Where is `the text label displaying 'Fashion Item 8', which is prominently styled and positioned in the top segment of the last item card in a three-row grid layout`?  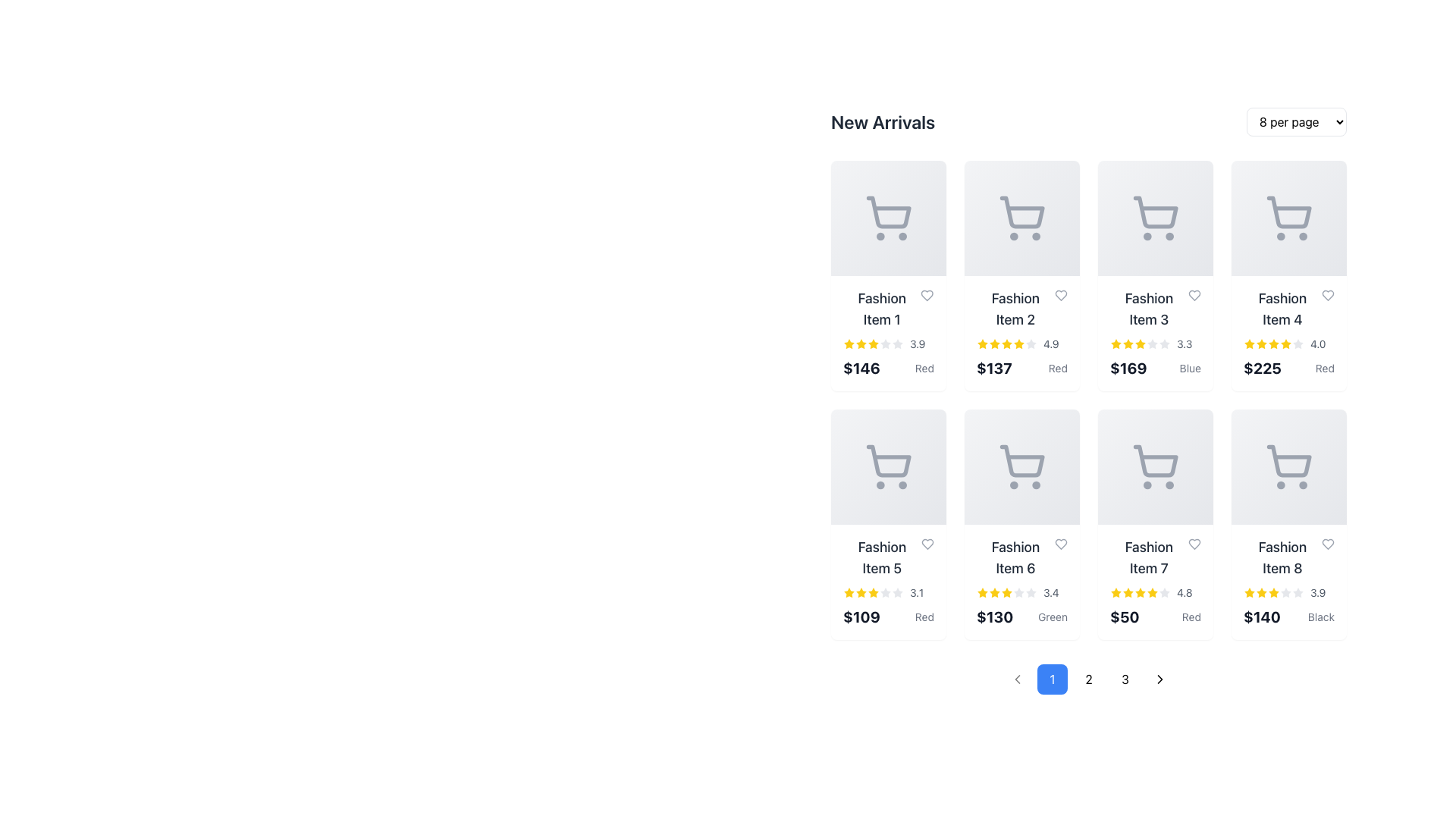 the text label displaying 'Fashion Item 8', which is prominently styled and positioned in the top segment of the last item card in a three-row grid layout is located at coordinates (1288, 558).